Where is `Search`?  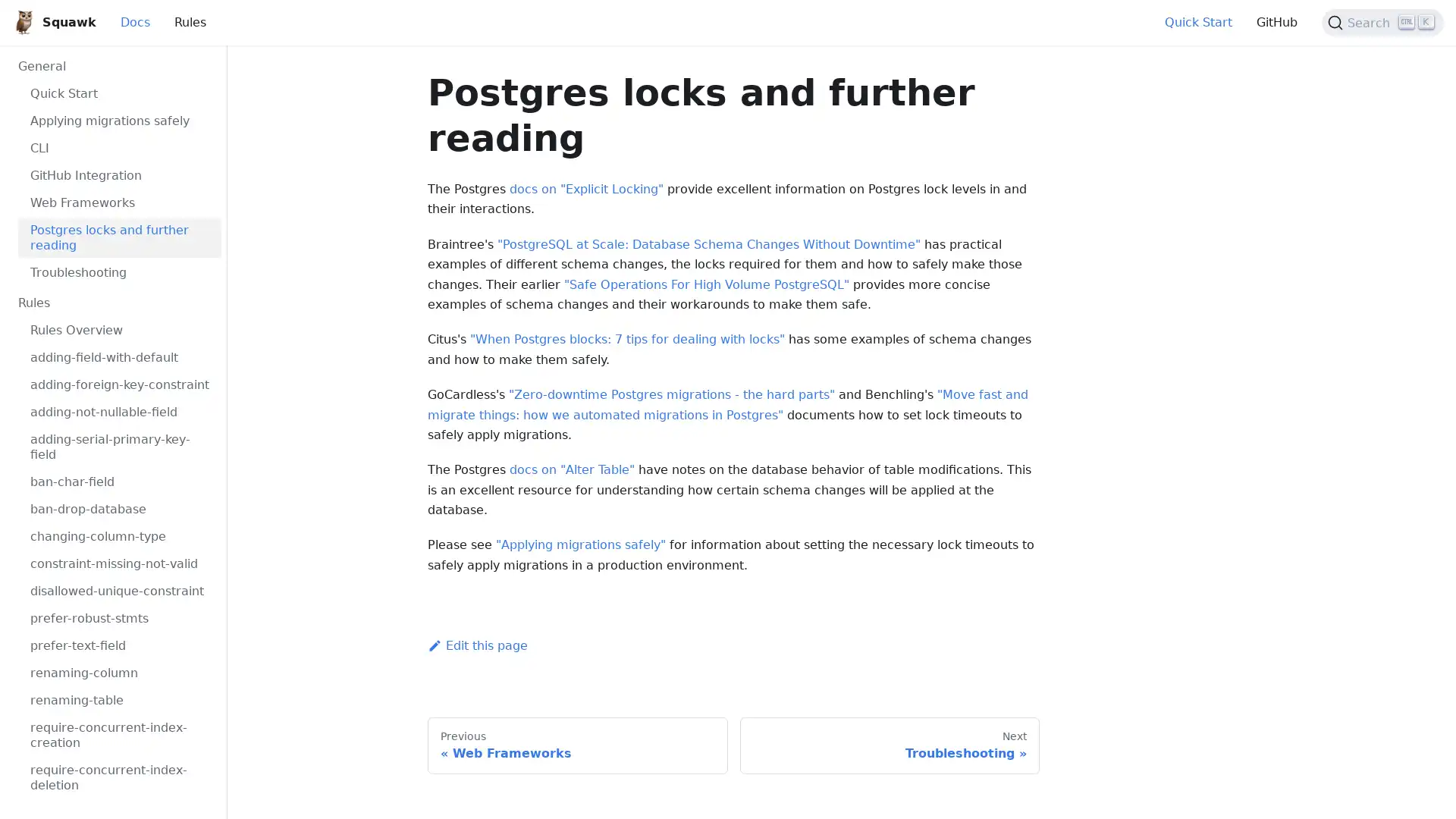 Search is located at coordinates (1382, 23).